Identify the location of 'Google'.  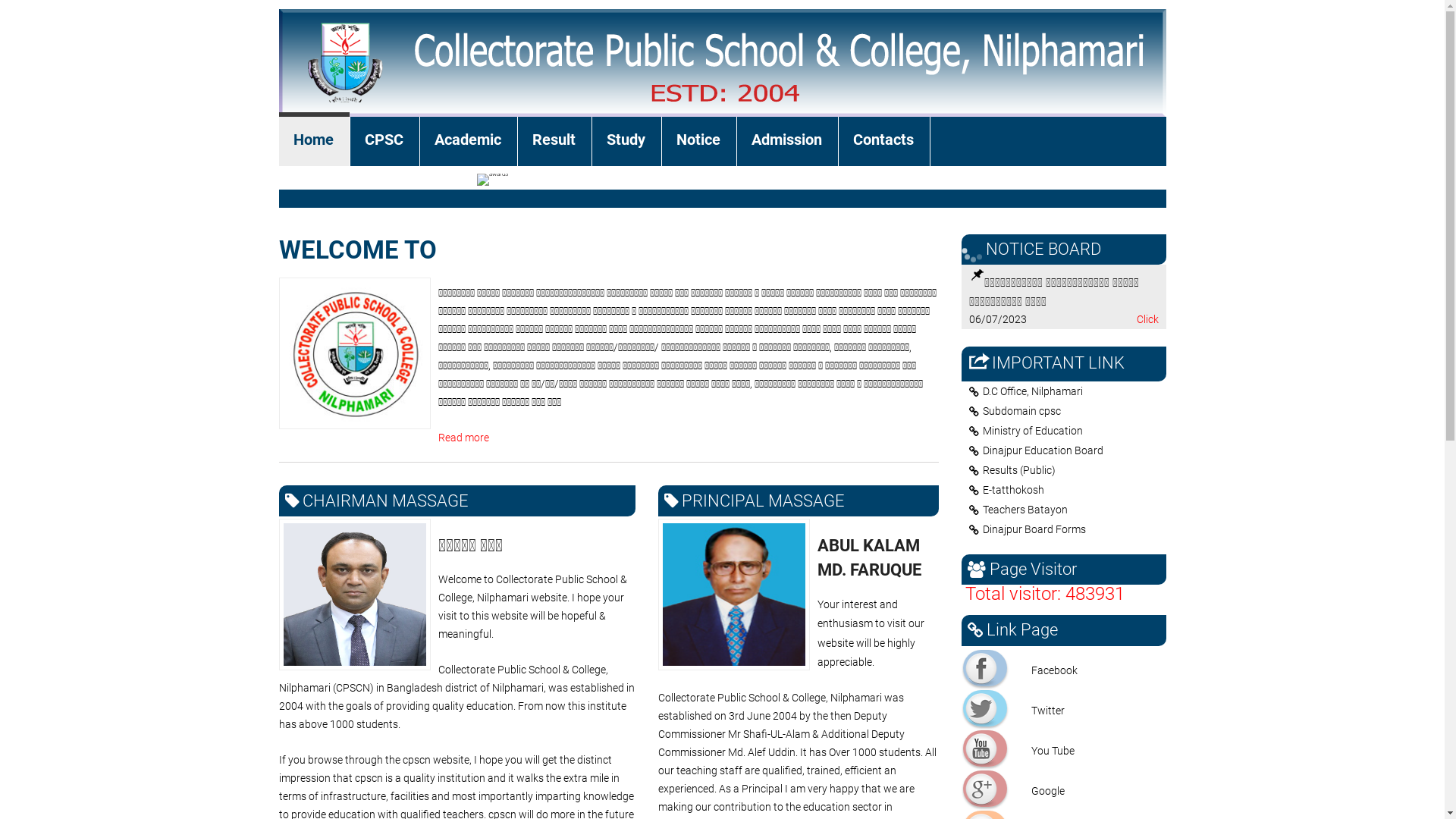
(985, 788).